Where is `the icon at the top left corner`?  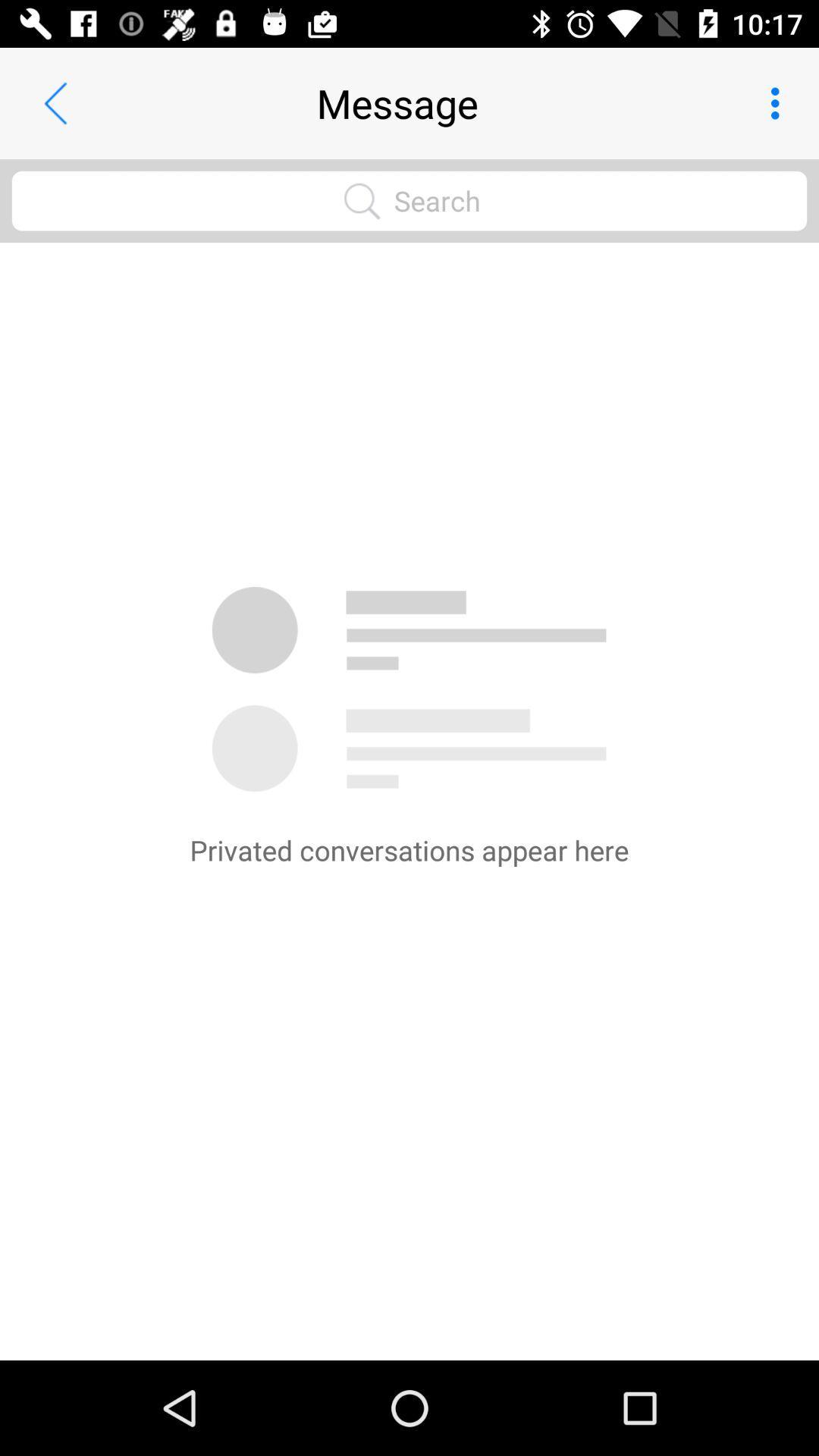
the icon at the top left corner is located at coordinates (55, 102).